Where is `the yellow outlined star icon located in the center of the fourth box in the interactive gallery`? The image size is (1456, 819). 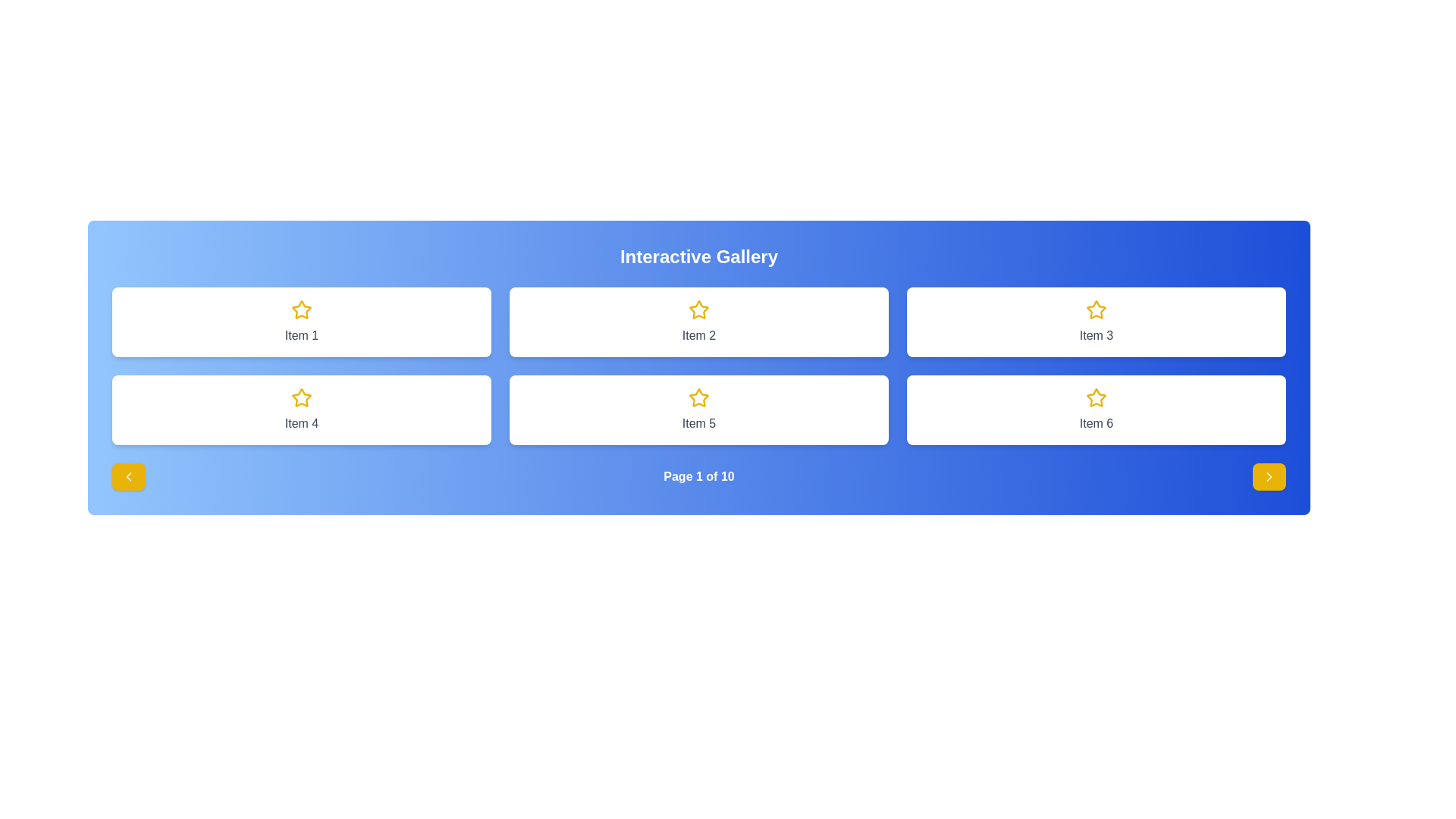 the yellow outlined star icon located in the center of the fourth box in the interactive gallery is located at coordinates (302, 397).